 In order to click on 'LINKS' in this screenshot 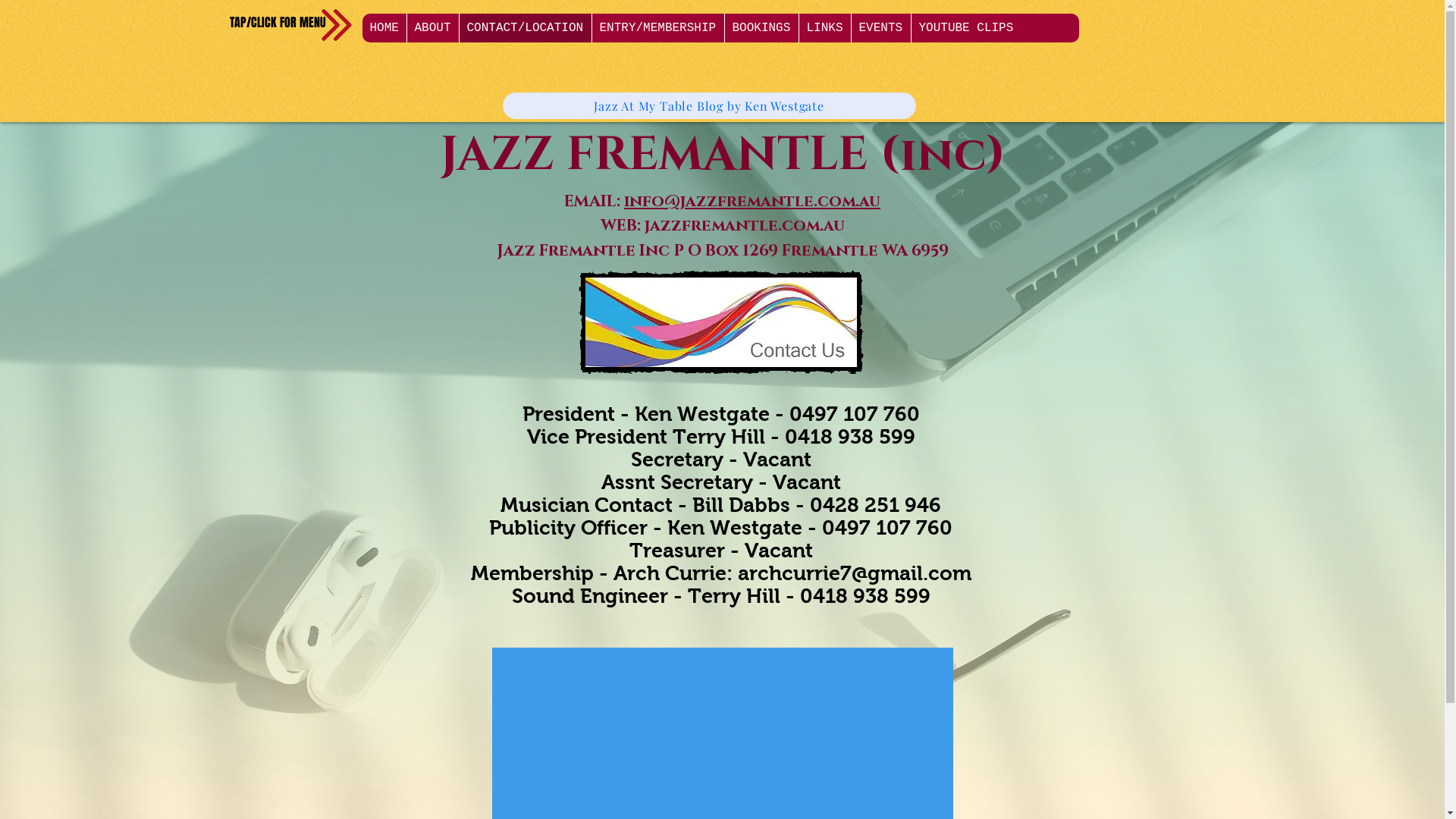, I will do `click(823, 28)`.